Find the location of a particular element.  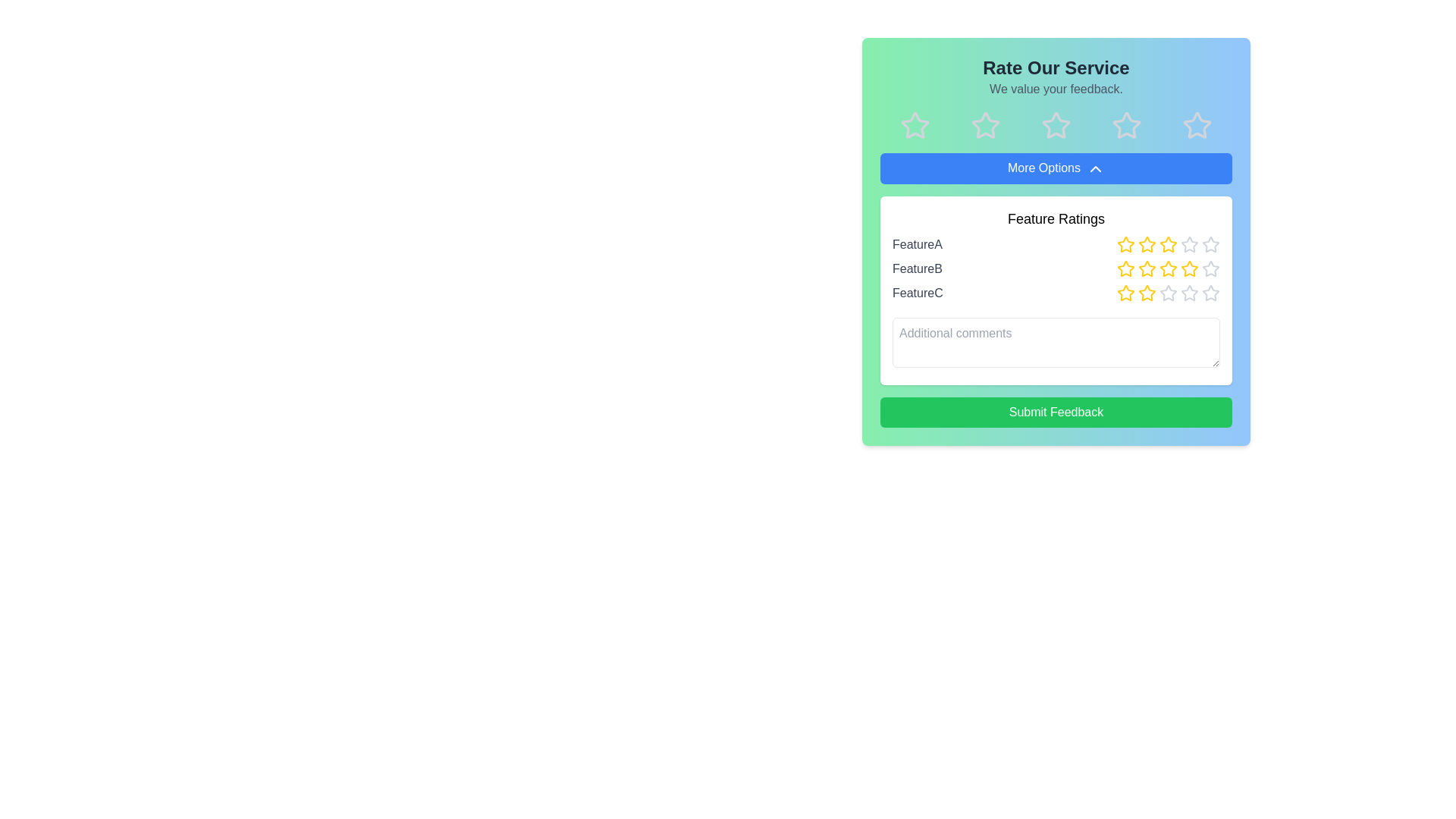

the 'FeatureB' text label, which is styled in gray and is the second item in the 'Feature Ratings' section is located at coordinates (916, 268).